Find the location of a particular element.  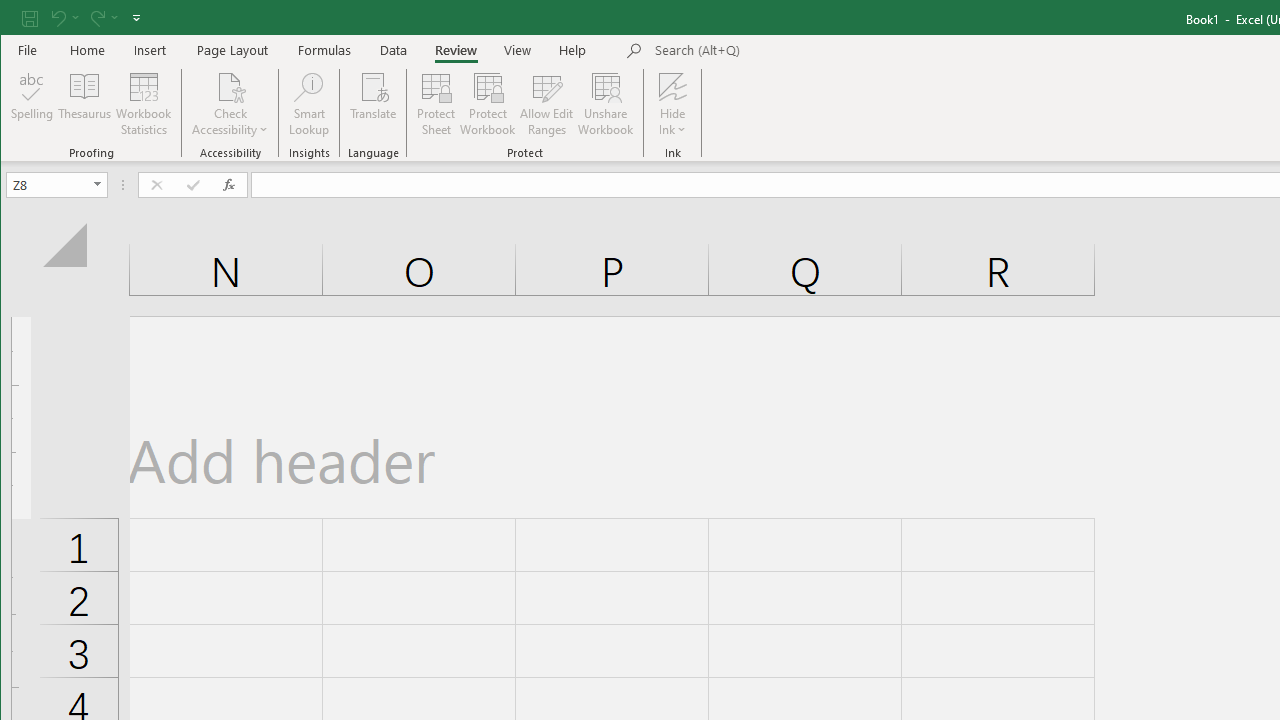

'Translate' is located at coordinates (373, 104).